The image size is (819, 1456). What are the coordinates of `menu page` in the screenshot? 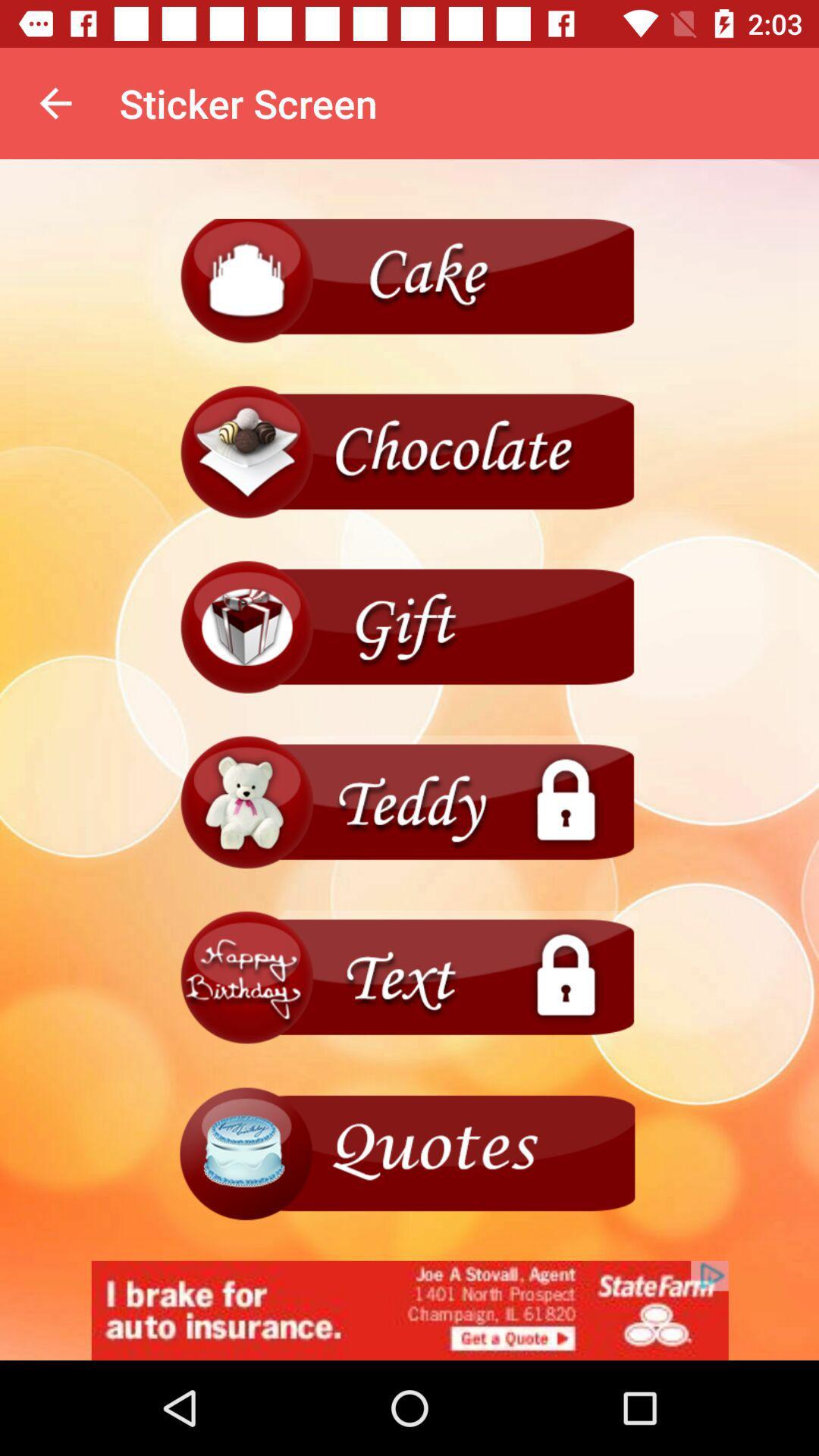 It's located at (409, 1153).